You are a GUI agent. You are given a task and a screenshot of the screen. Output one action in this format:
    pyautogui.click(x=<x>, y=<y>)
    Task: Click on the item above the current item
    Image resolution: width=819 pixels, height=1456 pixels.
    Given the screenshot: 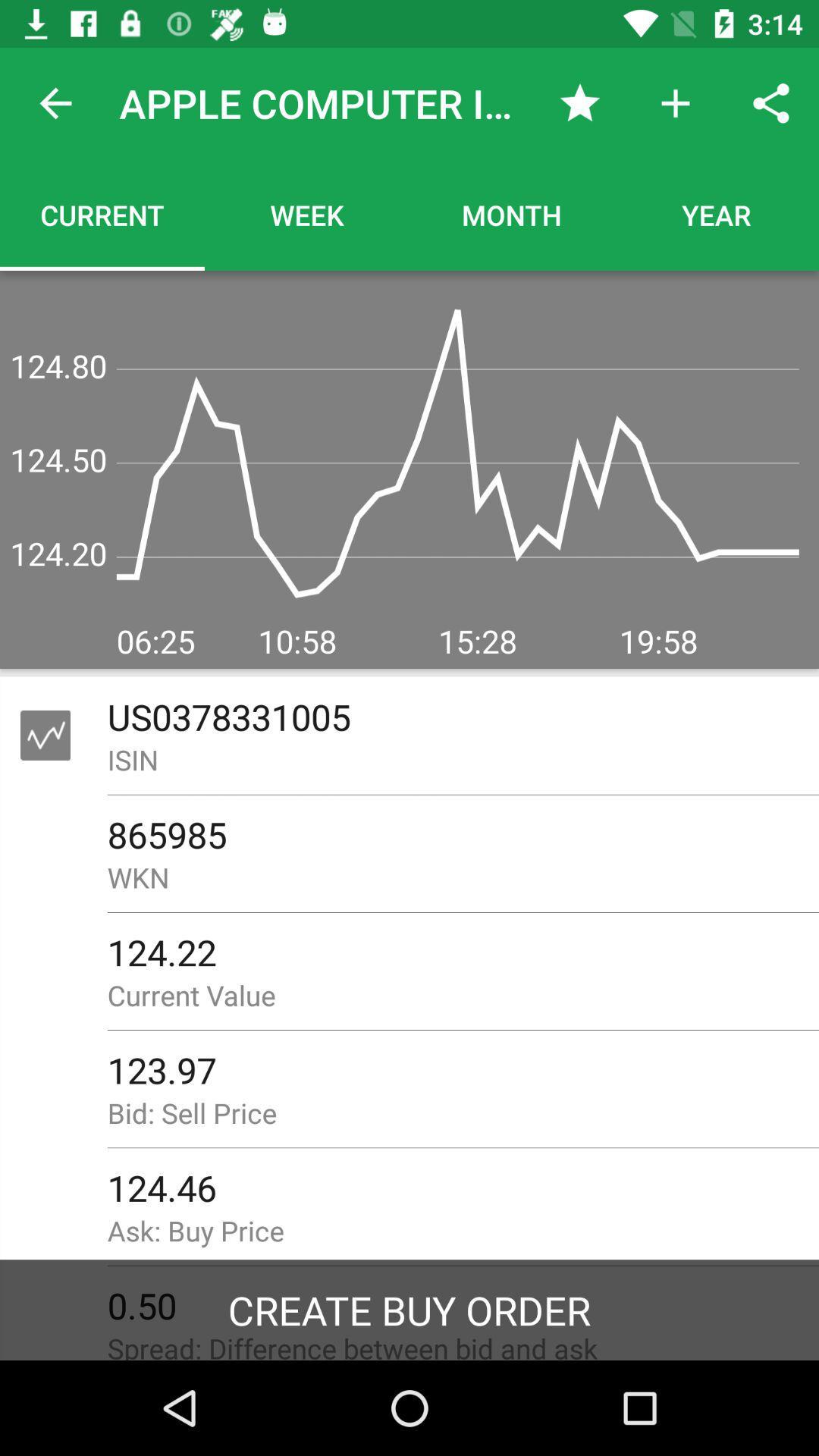 What is the action you would take?
    pyautogui.click(x=55, y=102)
    